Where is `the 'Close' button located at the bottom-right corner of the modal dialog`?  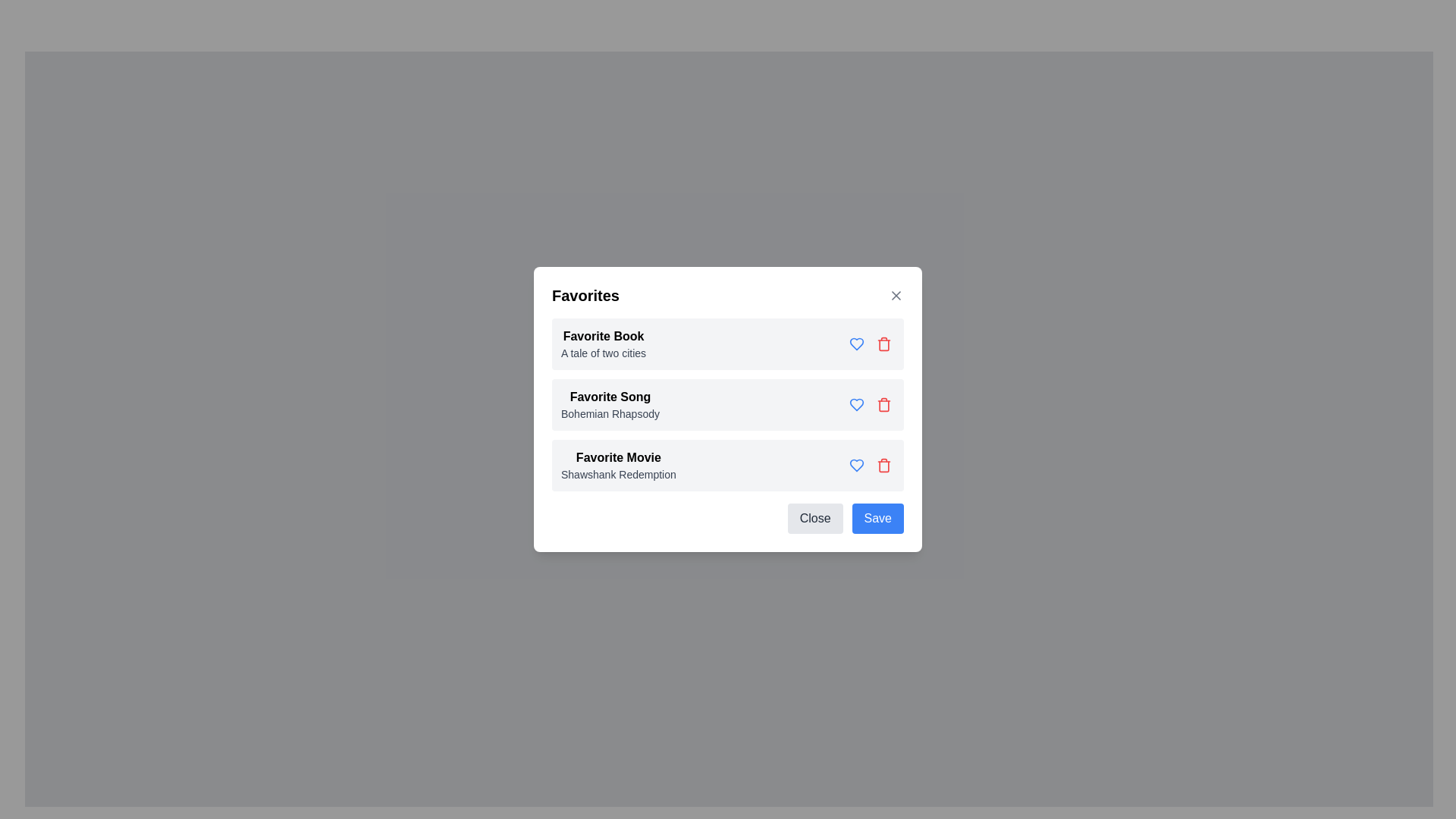 the 'Close' button located at the bottom-right corner of the modal dialog is located at coordinates (814, 517).